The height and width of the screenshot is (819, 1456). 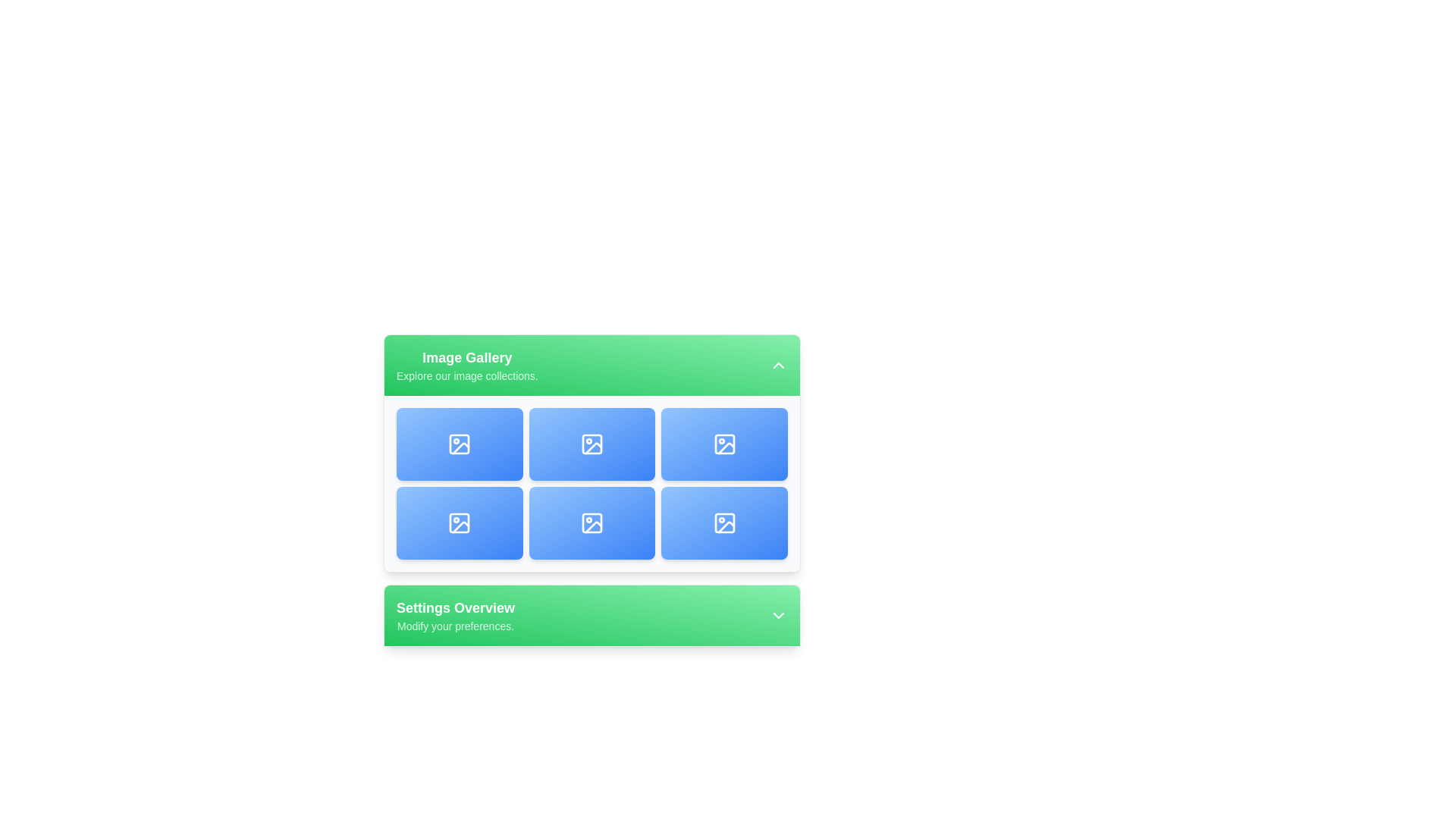 I want to click on the image icon pictogram, which is styled with a white stroke on a blue background, located in the second row, third column of the 'Image Gallery' section, so click(x=591, y=522).